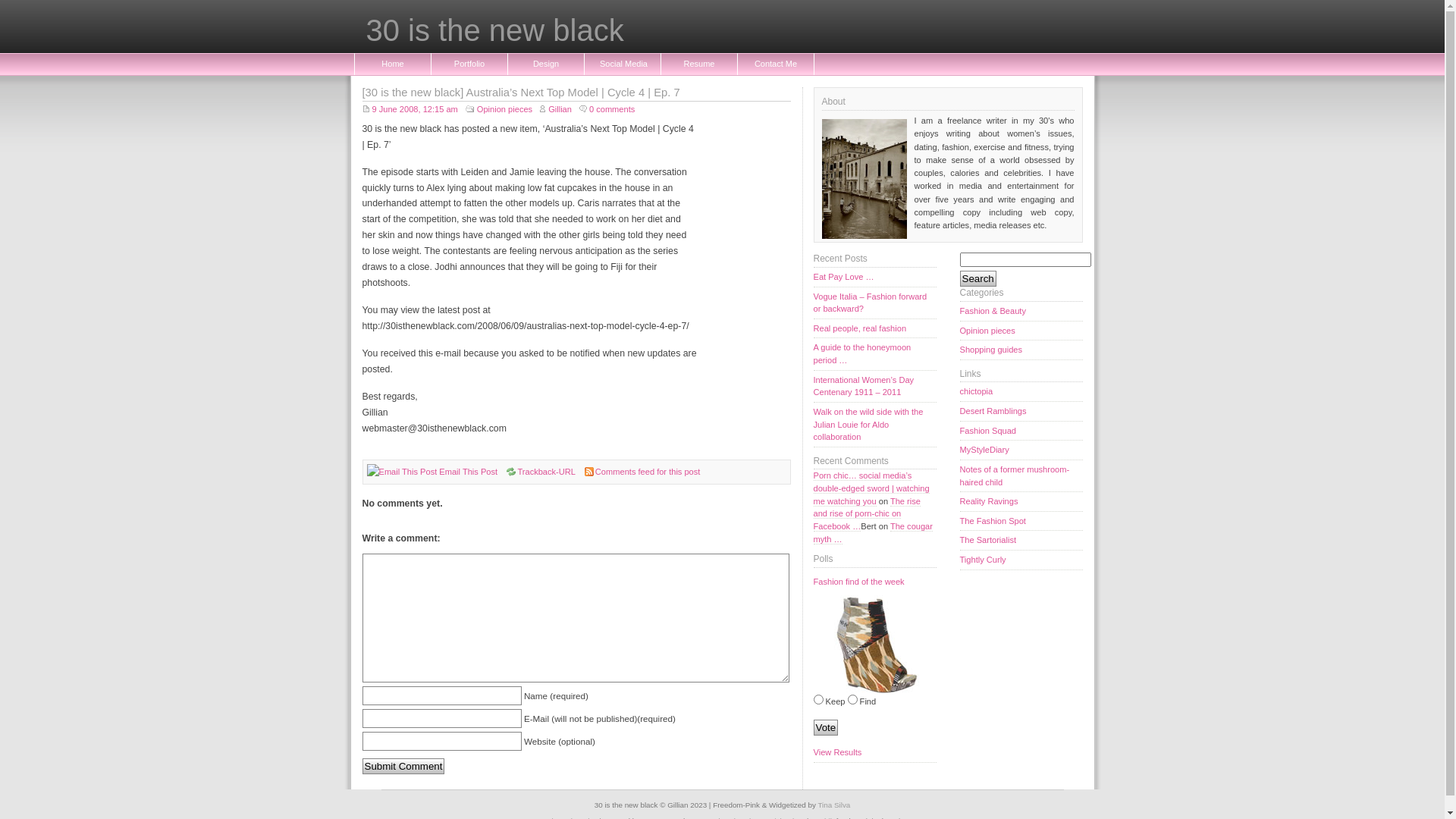 Image resolution: width=1456 pixels, height=819 pixels. What do you see at coordinates (1021, 350) in the screenshot?
I see `'Shopping guides'` at bounding box center [1021, 350].